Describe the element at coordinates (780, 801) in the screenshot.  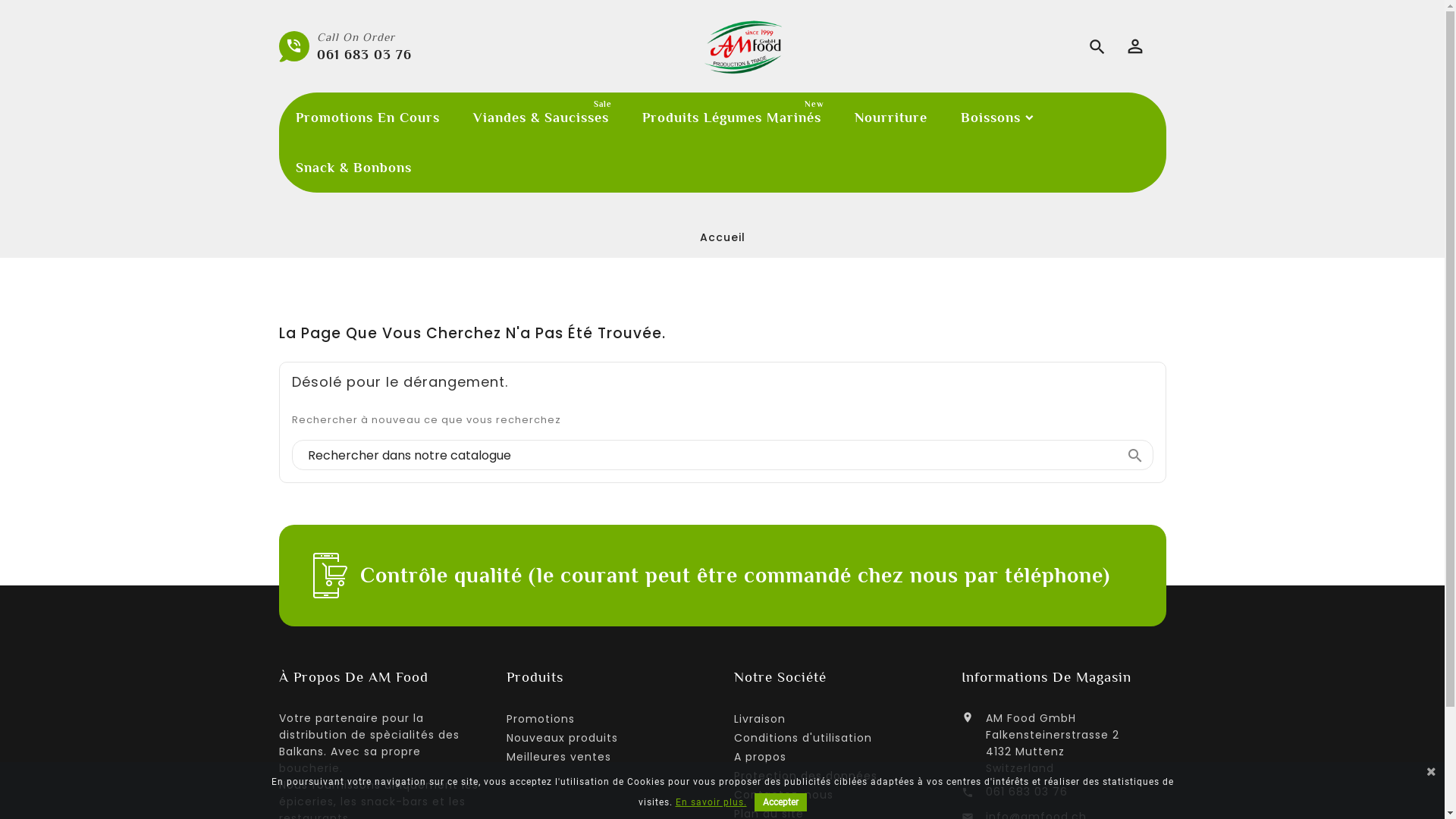
I see `'Accepter'` at that location.